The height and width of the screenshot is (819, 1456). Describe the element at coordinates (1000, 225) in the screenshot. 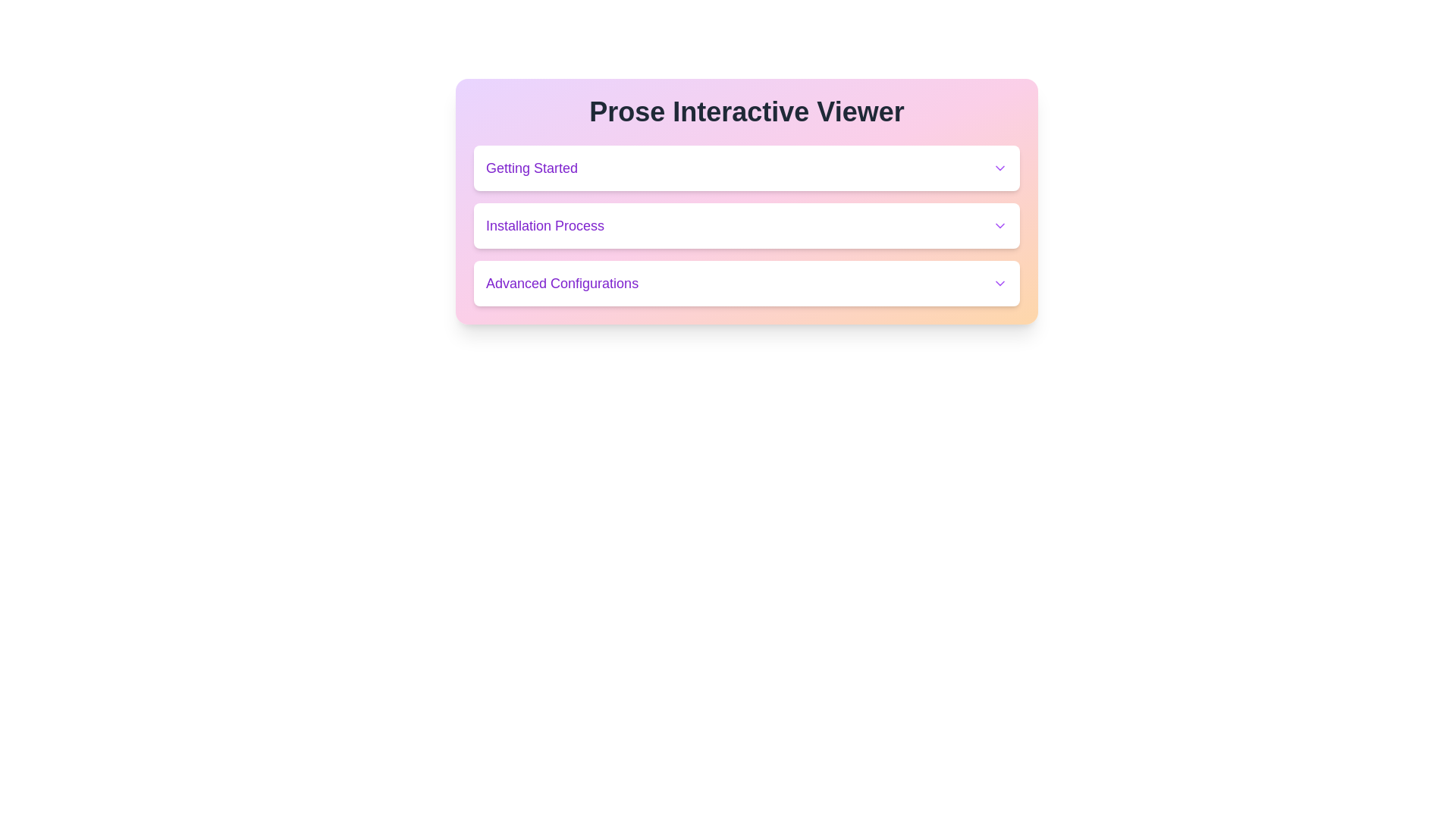

I see `the downward-pointing purple chevron icon, which indicates a dropdown for the 'Installation Process' section` at that location.